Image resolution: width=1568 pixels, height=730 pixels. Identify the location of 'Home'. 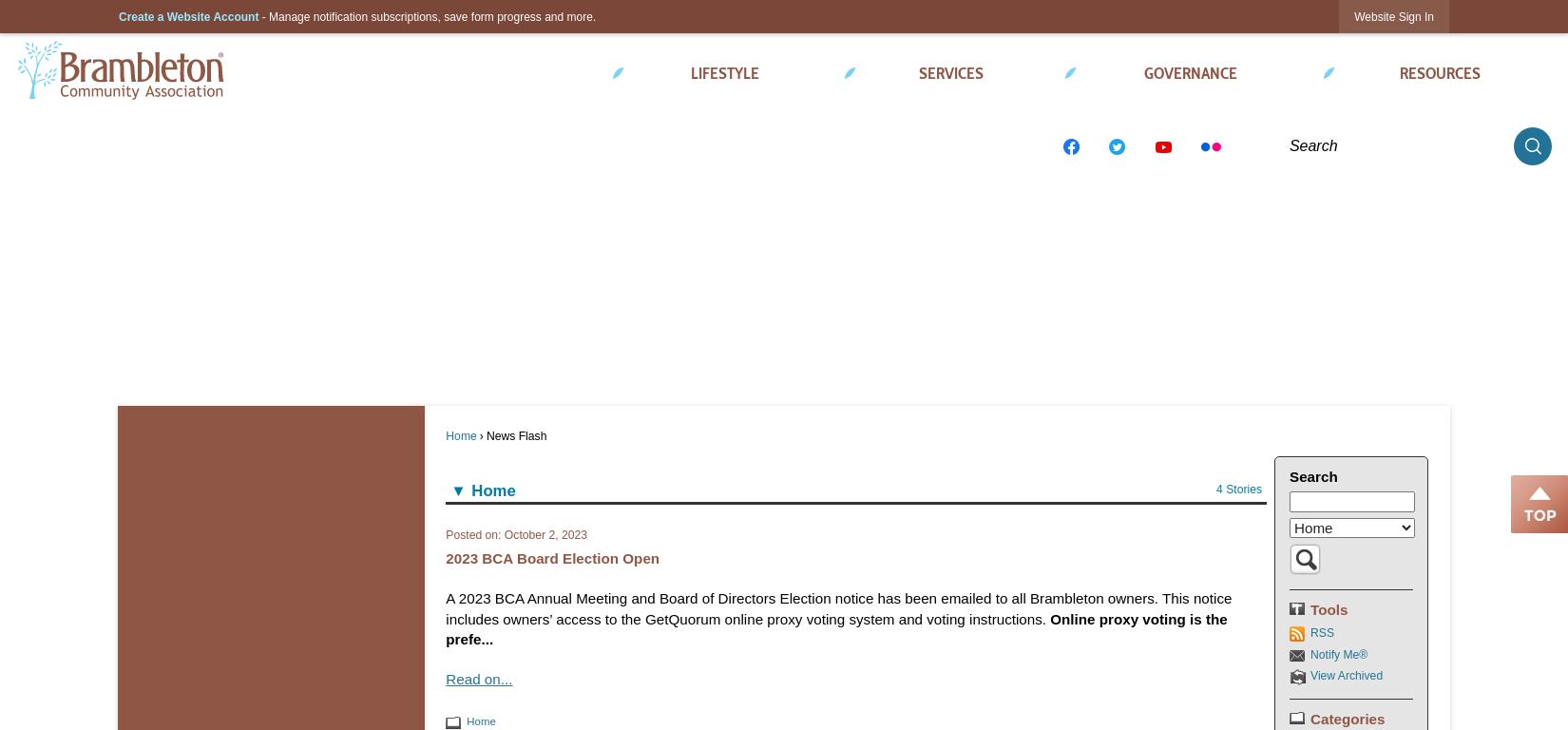
(459, 434).